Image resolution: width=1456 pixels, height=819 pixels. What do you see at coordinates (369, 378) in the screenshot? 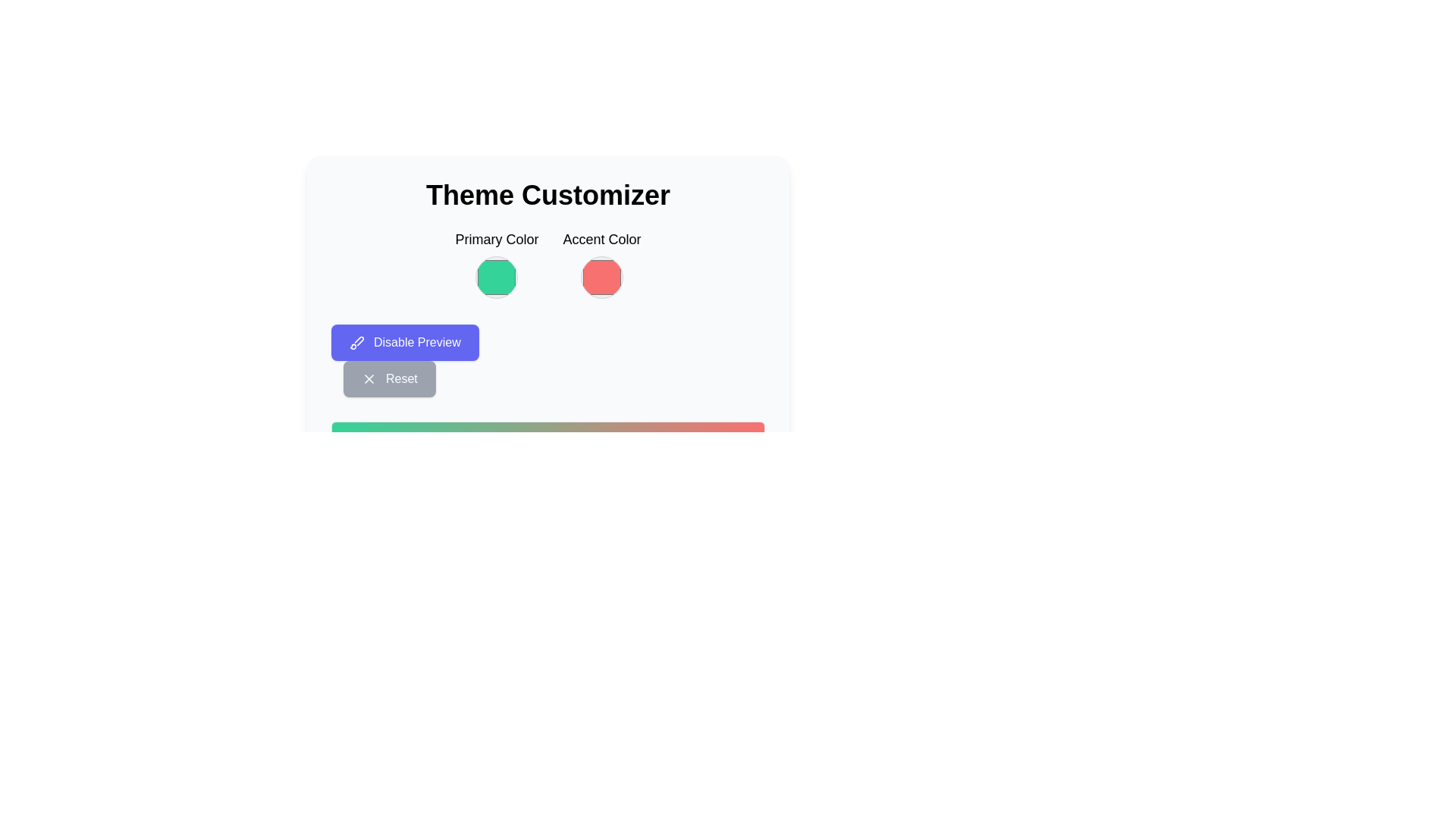
I see `the reset or cancel icon located on the left side of the 'Reset' text within a gray button, below the 'Disable Preview' blue button` at bounding box center [369, 378].